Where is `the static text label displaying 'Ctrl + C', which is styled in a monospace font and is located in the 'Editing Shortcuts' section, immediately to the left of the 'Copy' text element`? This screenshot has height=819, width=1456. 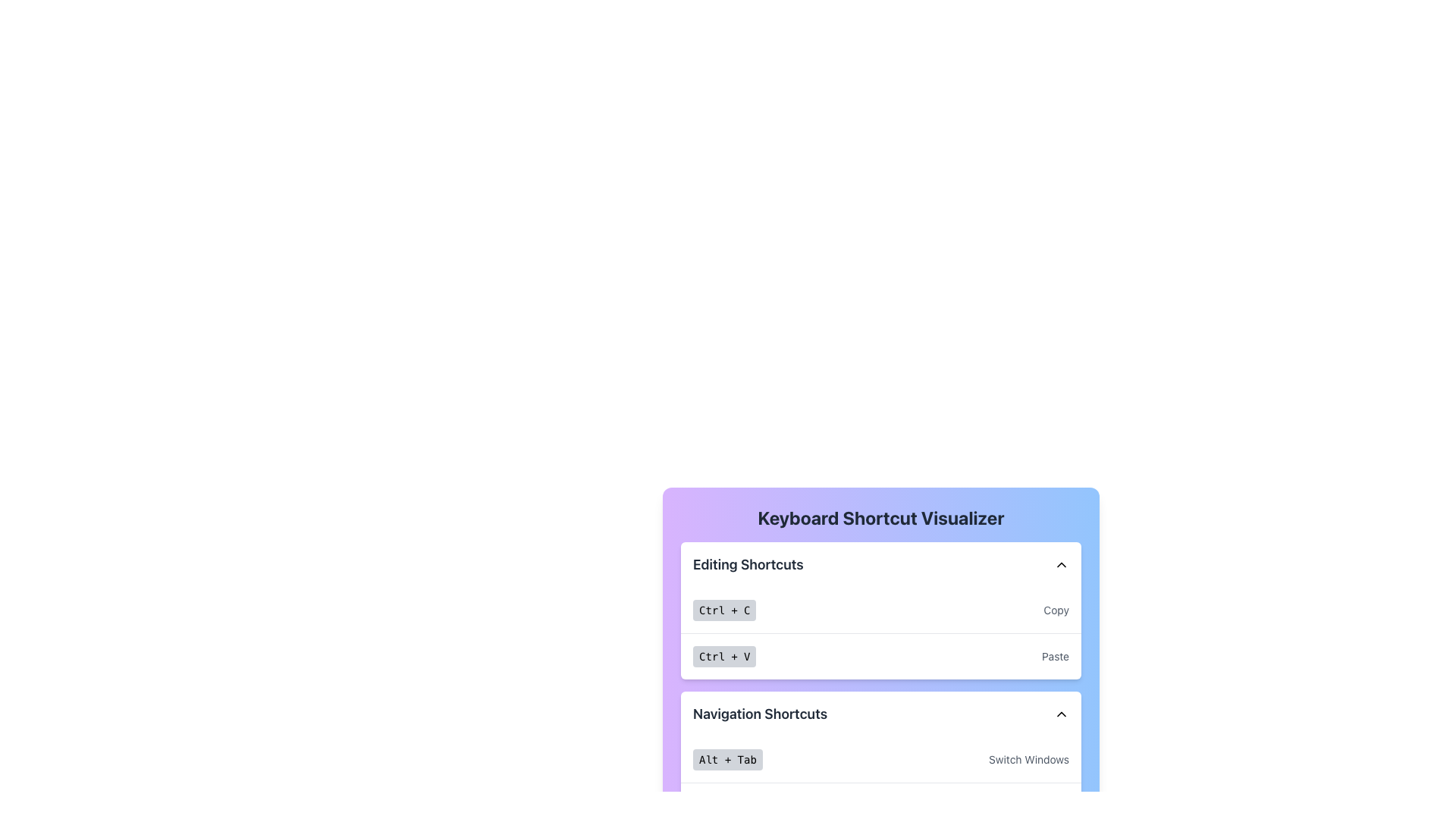
the static text label displaying 'Ctrl + C', which is styled in a monospace font and is located in the 'Editing Shortcuts' section, immediately to the left of the 'Copy' text element is located at coordinates (723, 610).